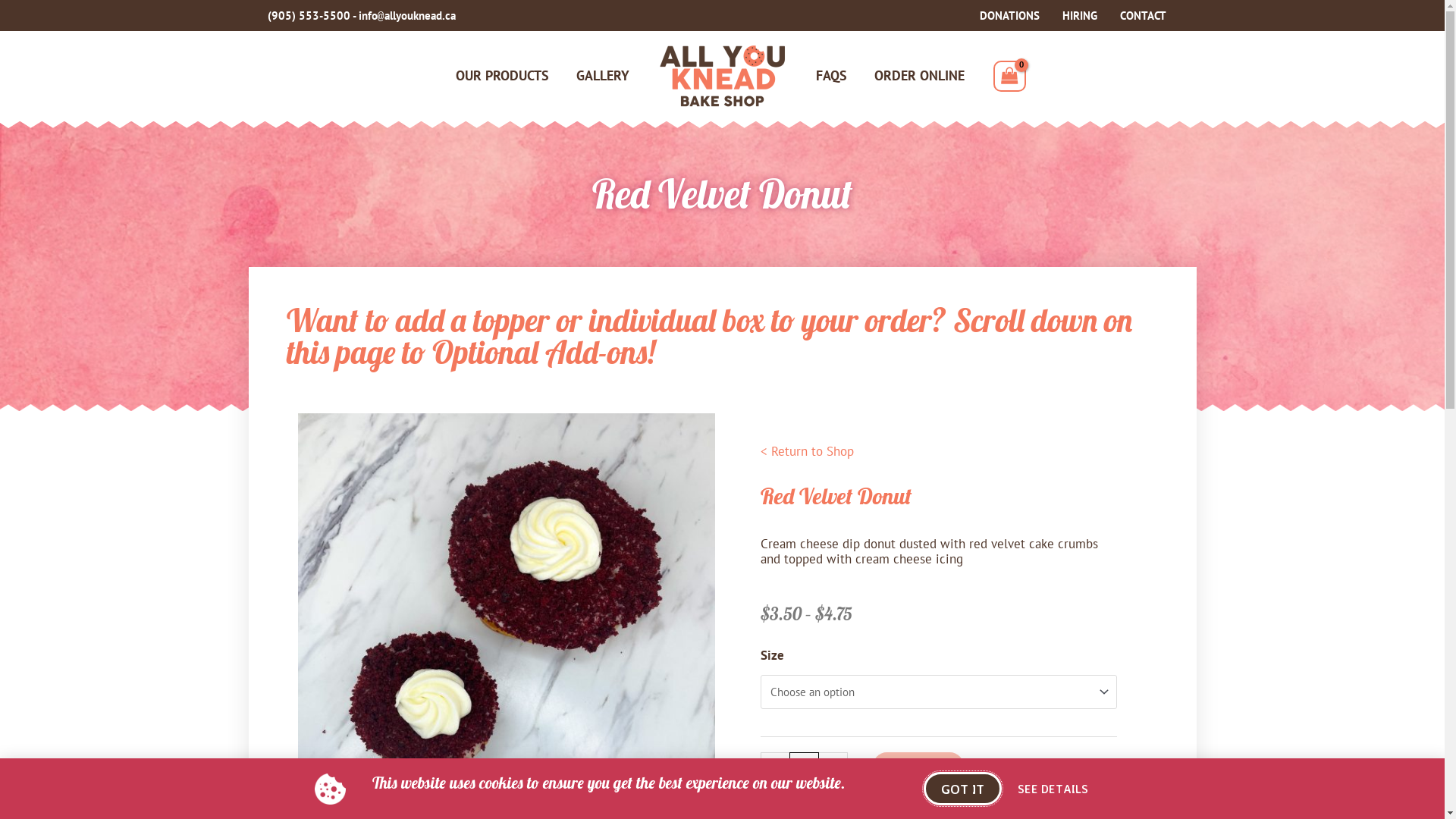  I want to click on 'DONATIONS', so click(1009, 15).